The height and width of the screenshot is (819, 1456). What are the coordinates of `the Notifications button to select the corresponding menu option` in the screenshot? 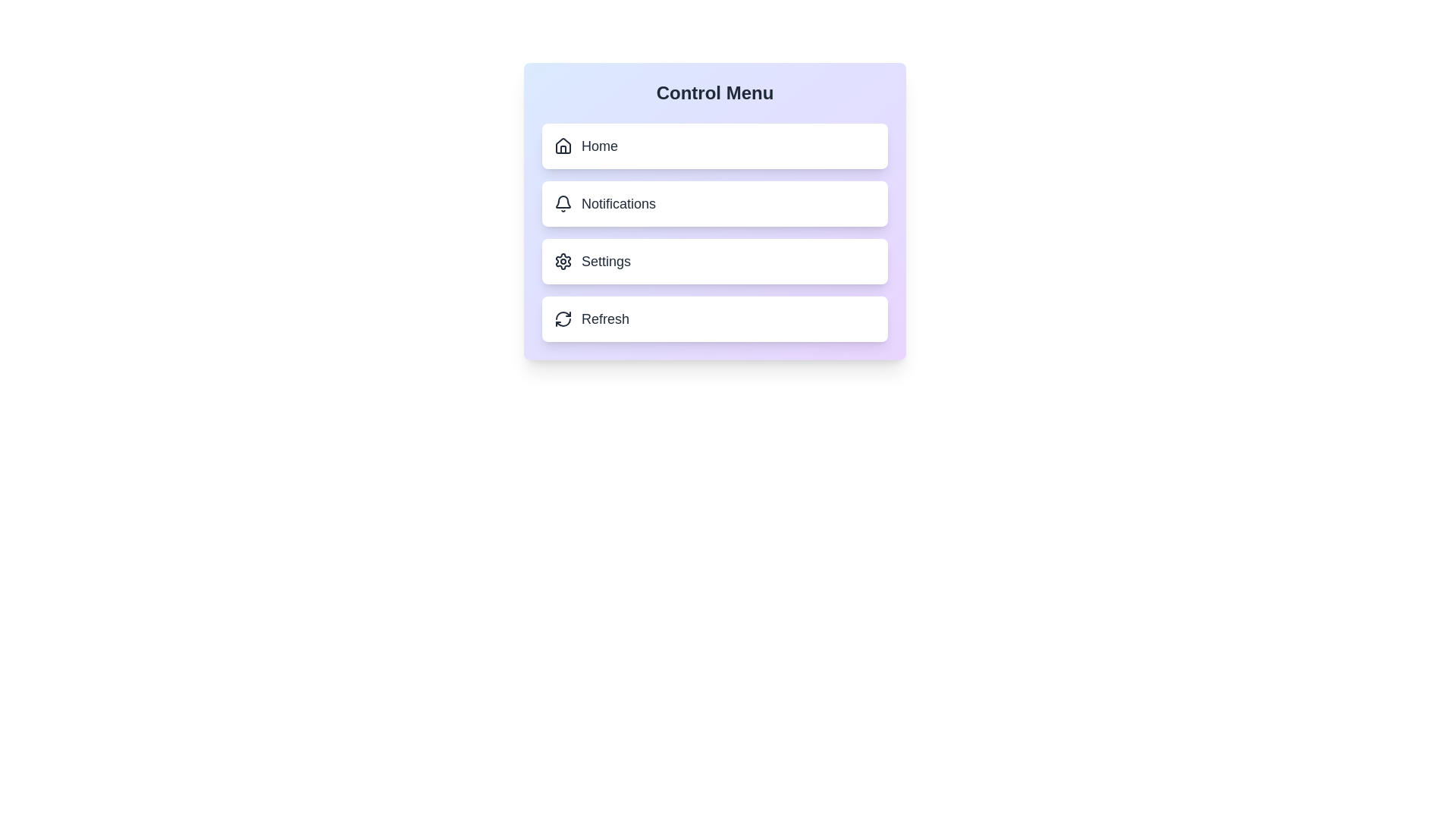 It's located at (714, 203).